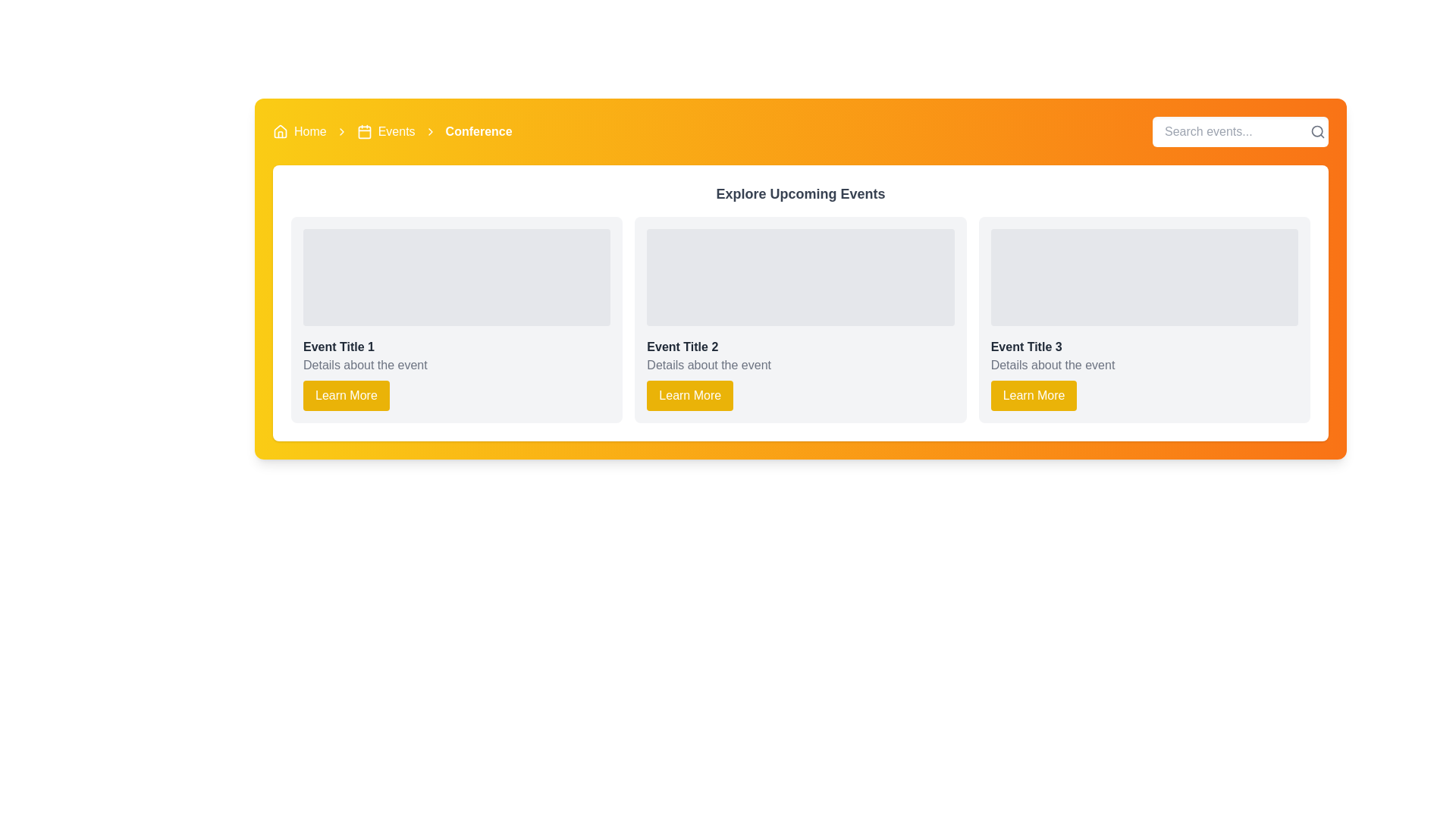 The image size is (1456, 819). Describe the element at coordinates (364, 131) in the screenshot. I see `the Decorative SVG rectangle located inside the calendar icon in the breadcrumb navigation, which is styled in a color consistent with the calendar icon` at that location.